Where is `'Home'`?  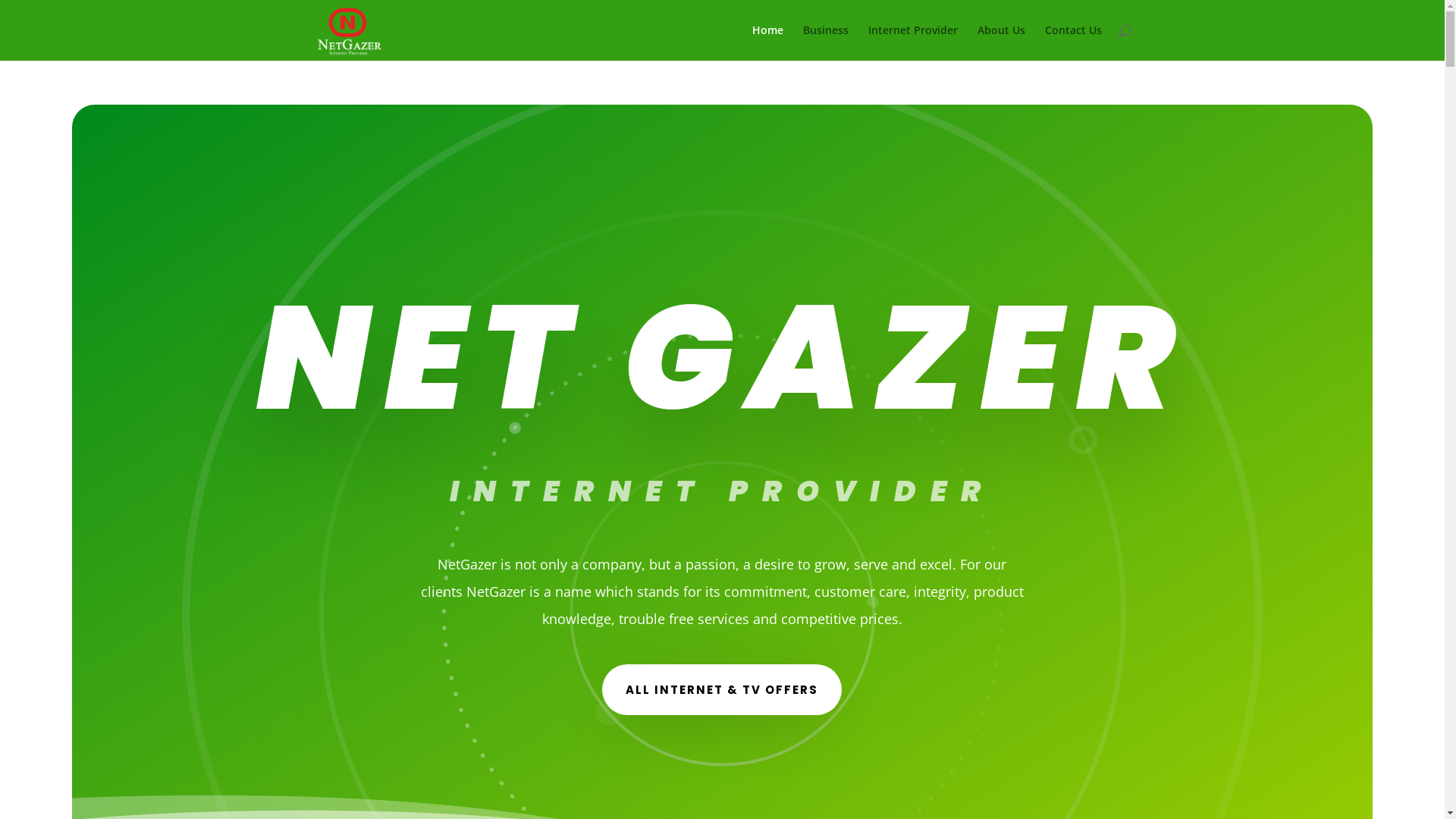 'Home' is located at coordinates (767, 42).